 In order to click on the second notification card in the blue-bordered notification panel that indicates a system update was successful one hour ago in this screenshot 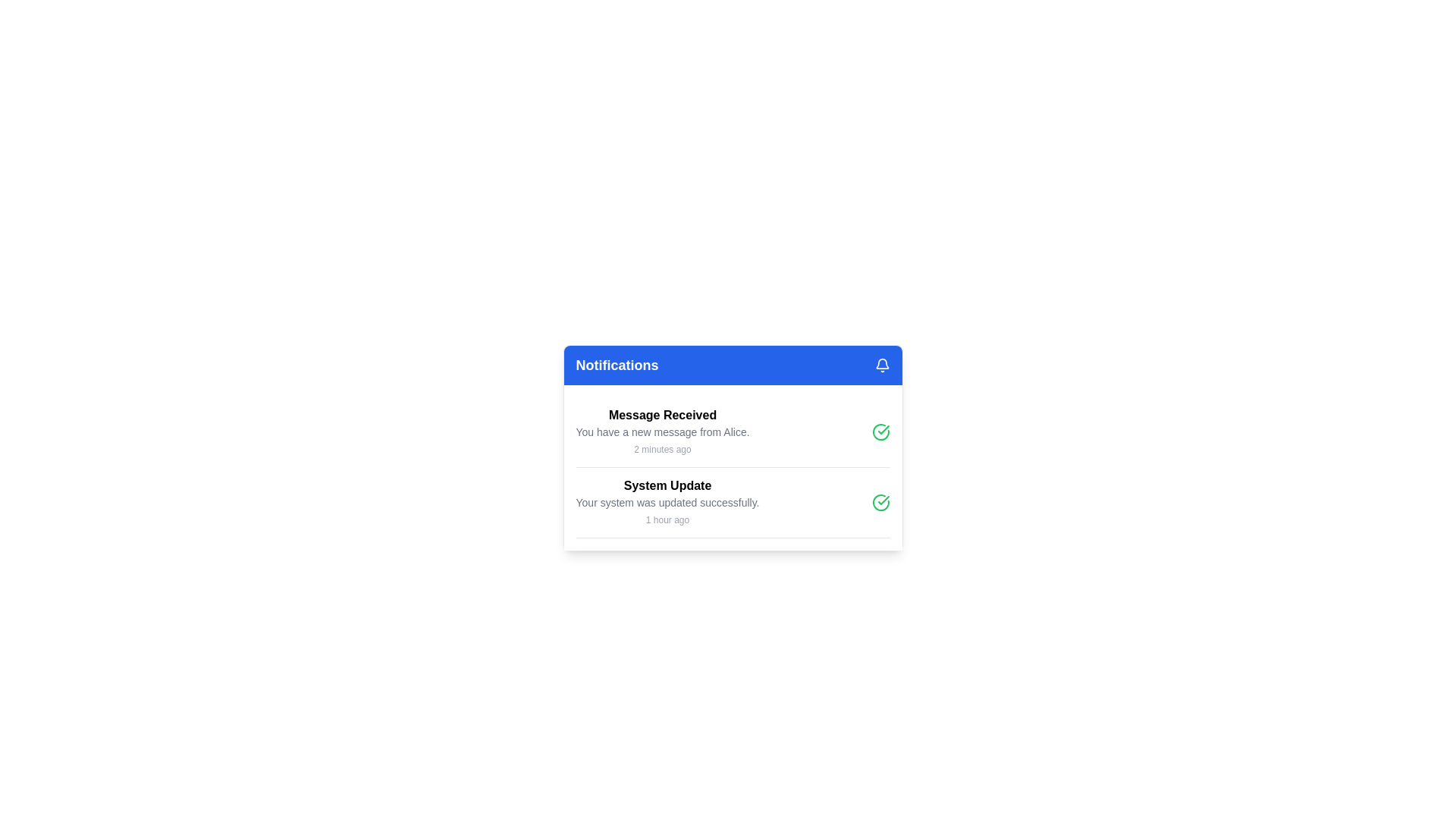, I will do `click(667, 503)`.